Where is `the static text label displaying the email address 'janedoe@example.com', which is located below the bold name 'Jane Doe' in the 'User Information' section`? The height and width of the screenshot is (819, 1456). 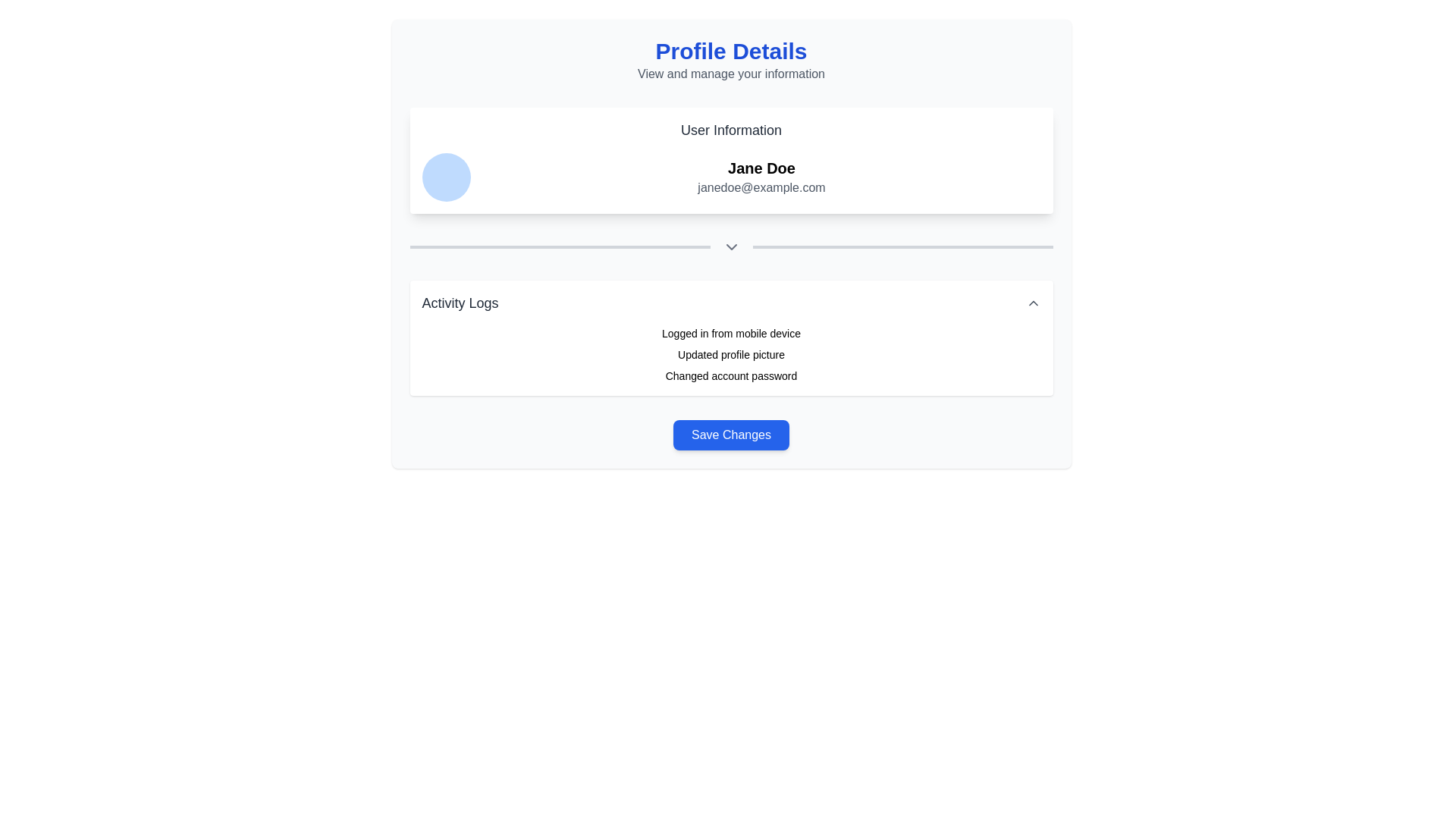 the static text label displaying the email address 'janedoe@example.com', which is located below the bold name 'Jane Doe' in the 'User Information' section is located at coordinates (761, 187).